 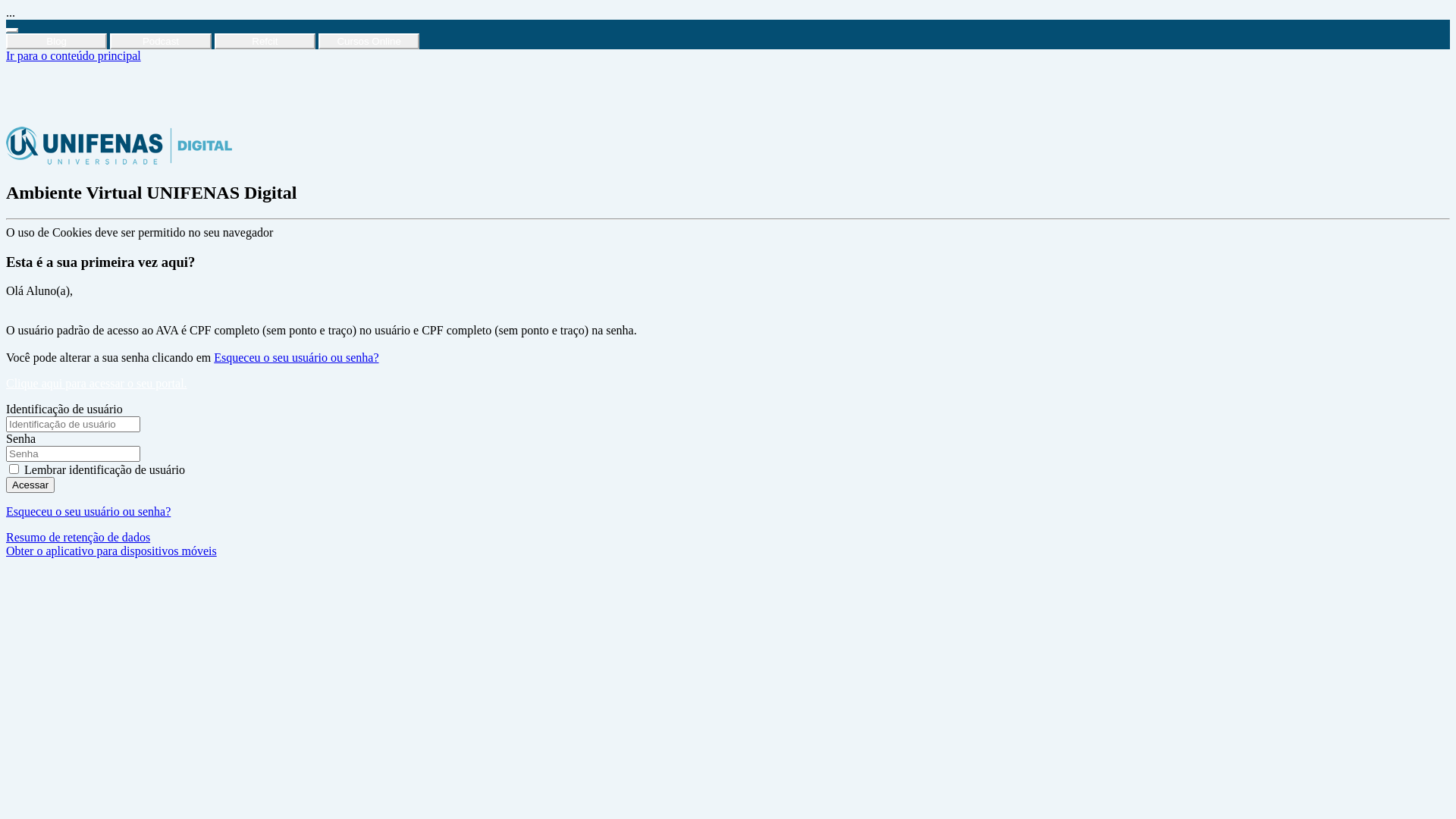 What do you see at coordinates (369, 40) in the screenshot?
I see `'Cursos Online'` at bounding box center [369, 40].